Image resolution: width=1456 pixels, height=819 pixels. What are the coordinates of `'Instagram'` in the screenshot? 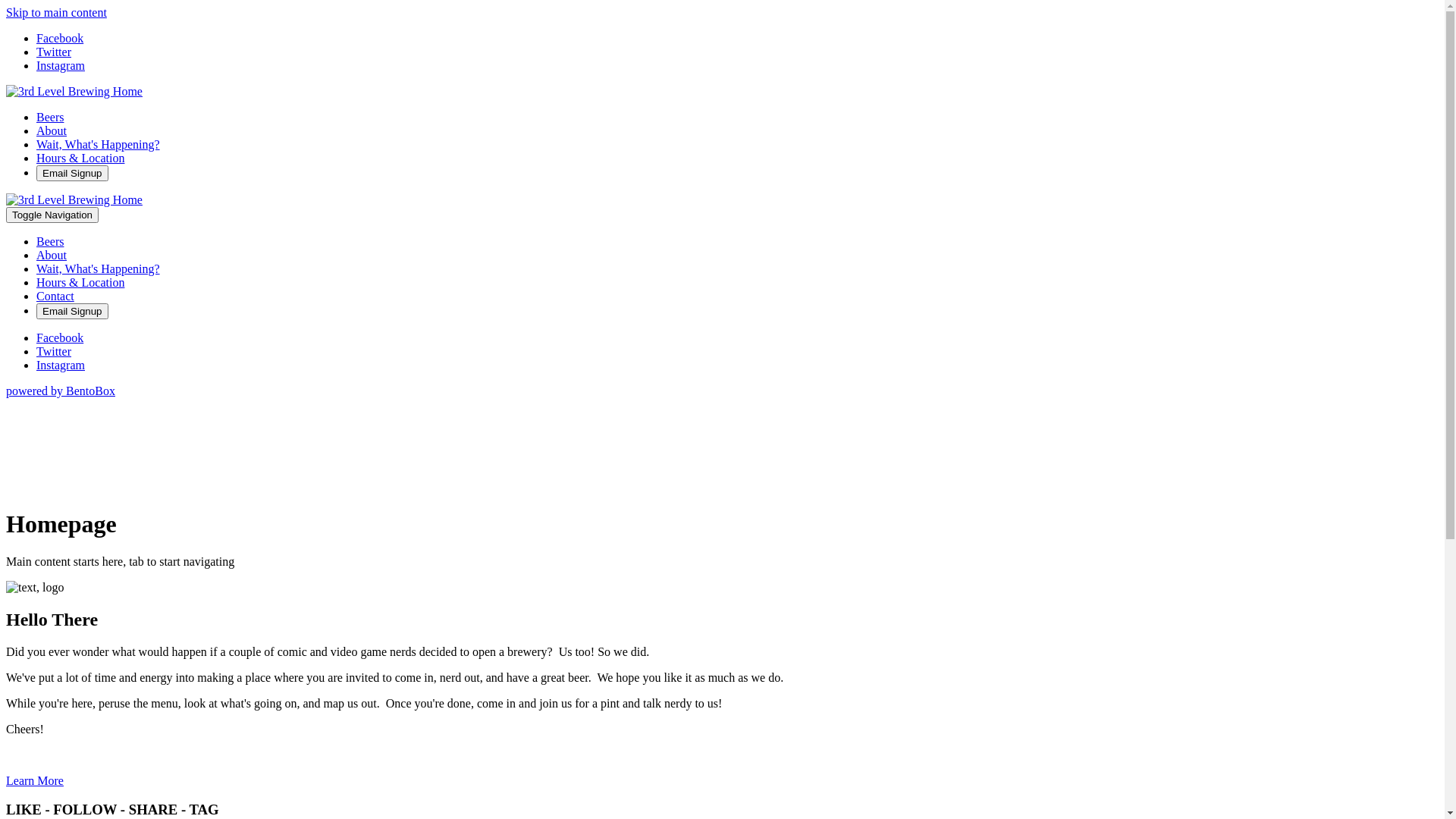 It's located at (61, 365).